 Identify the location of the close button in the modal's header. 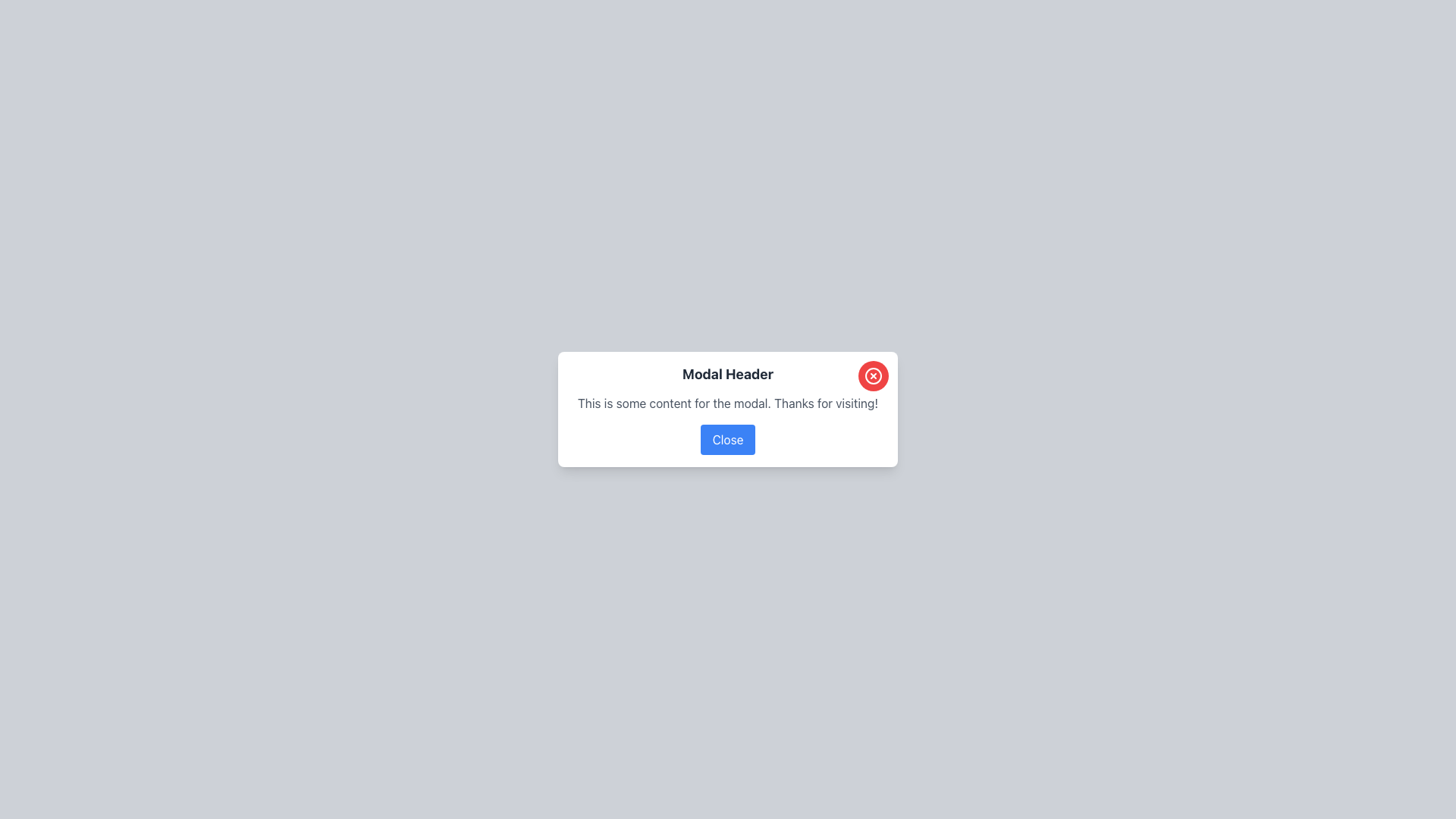
(874, 375).